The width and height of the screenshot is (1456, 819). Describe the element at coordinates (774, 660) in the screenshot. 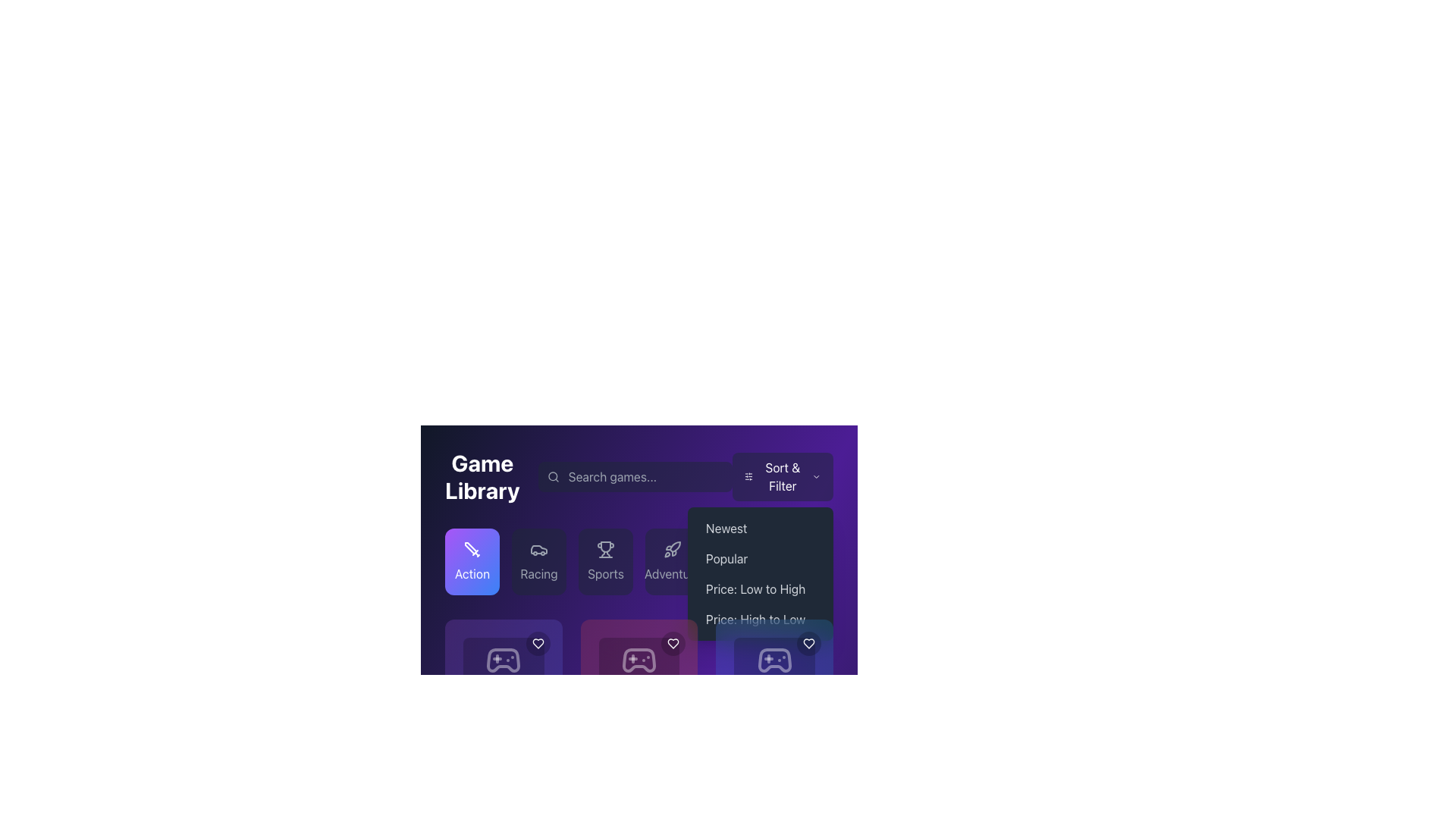

I see `the game selection icon located in the top-right corner of the game library interface, below the 'Sort & Filter' dropdown menu` at that location.